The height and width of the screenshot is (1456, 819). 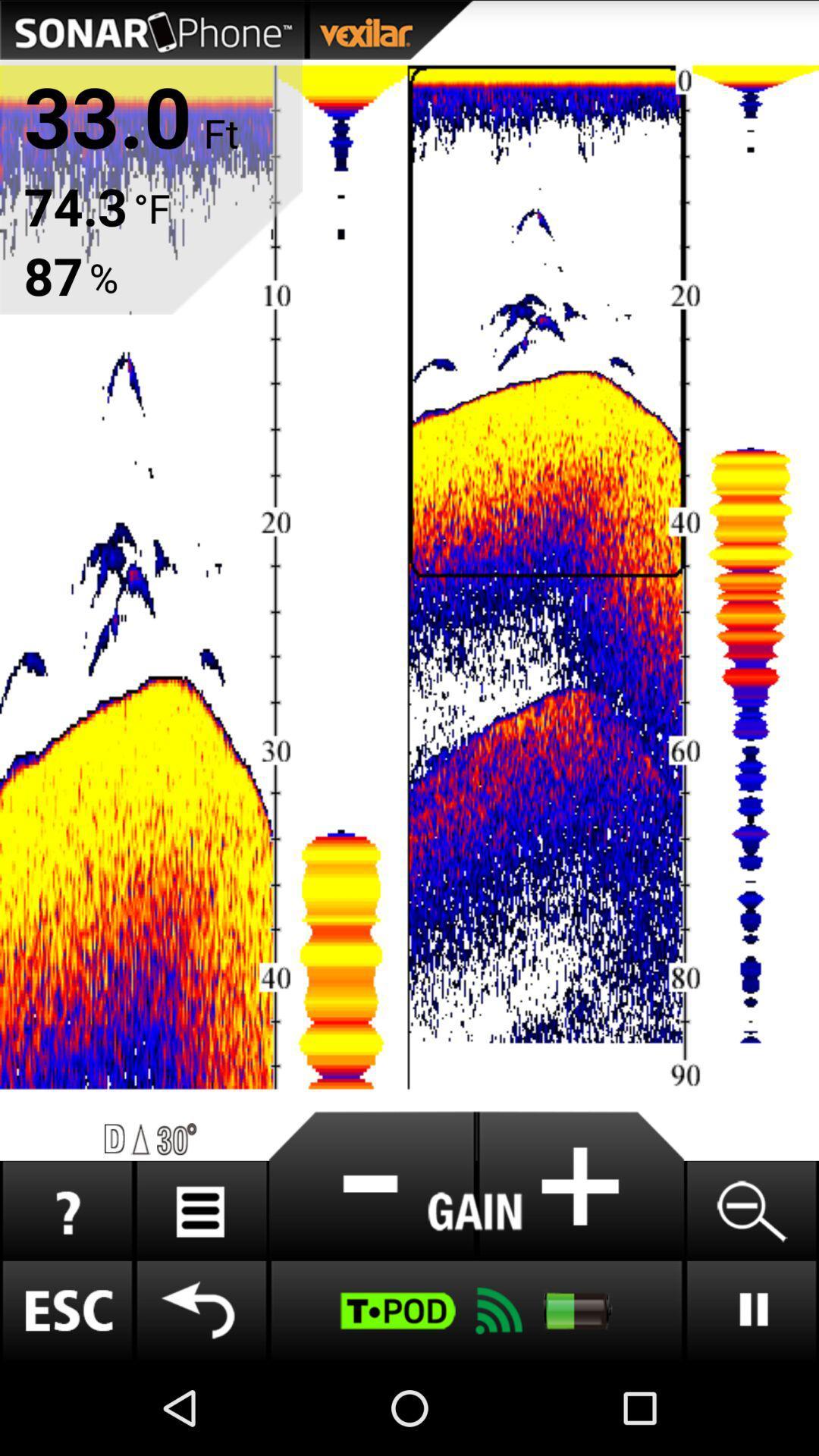 What do you see at coordinates (200, 1210) in the screenshot?
I see `menu option` at bounding box center [200, 1210].